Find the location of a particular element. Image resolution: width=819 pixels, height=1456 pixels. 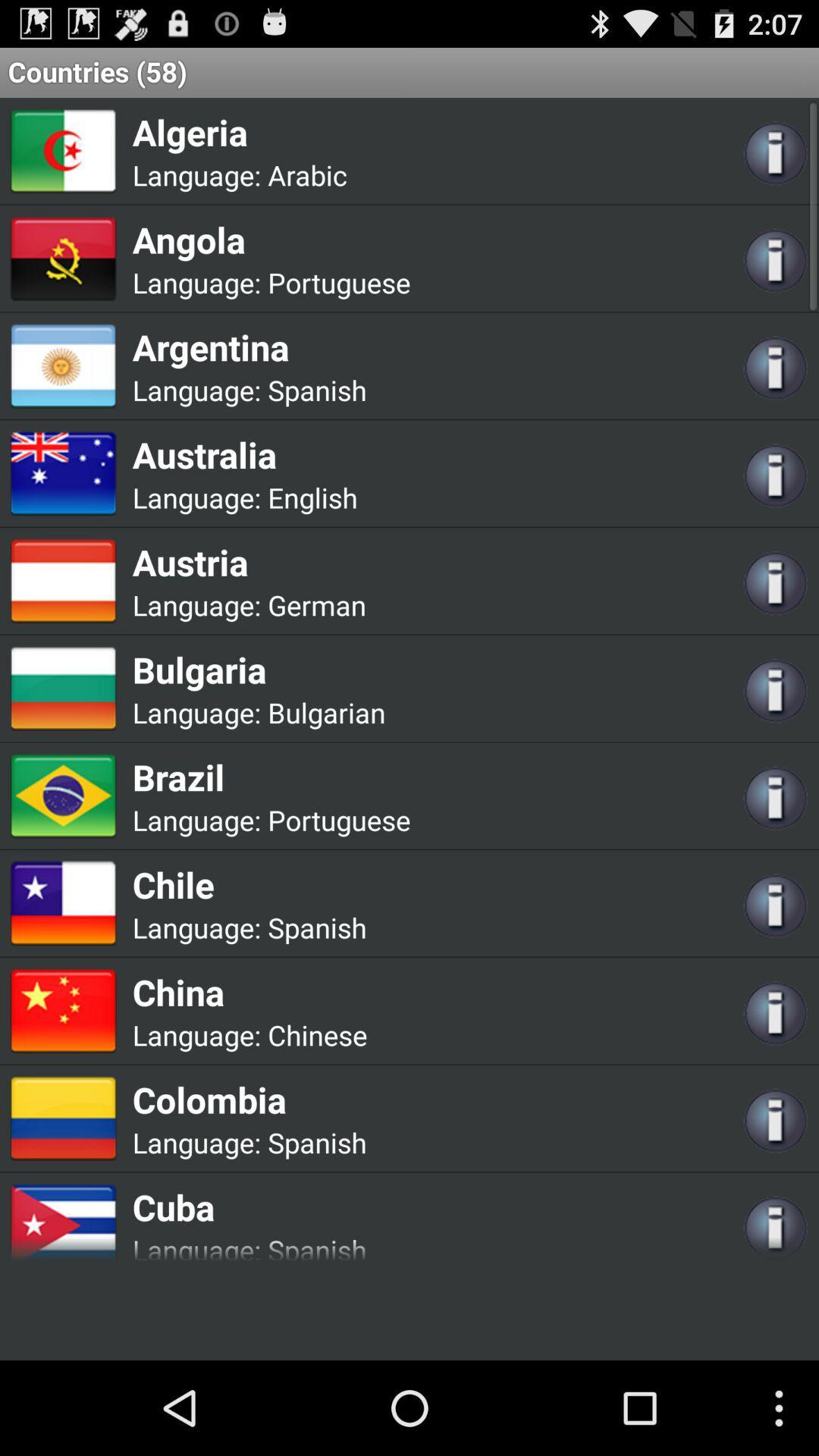

app above language:  item is located at coordinates (271, 239).